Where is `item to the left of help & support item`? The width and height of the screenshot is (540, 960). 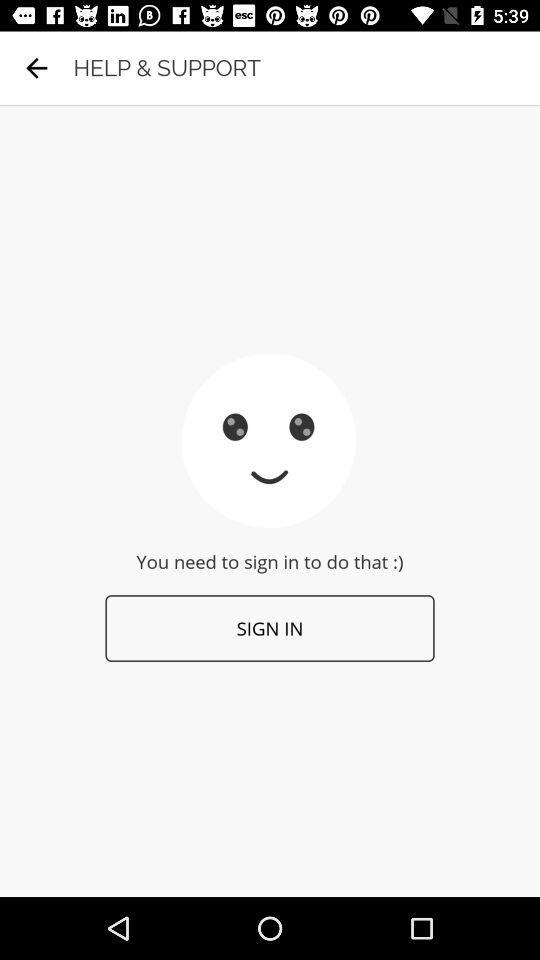
item to the left of help & support item is located at coordinates (36, 68).